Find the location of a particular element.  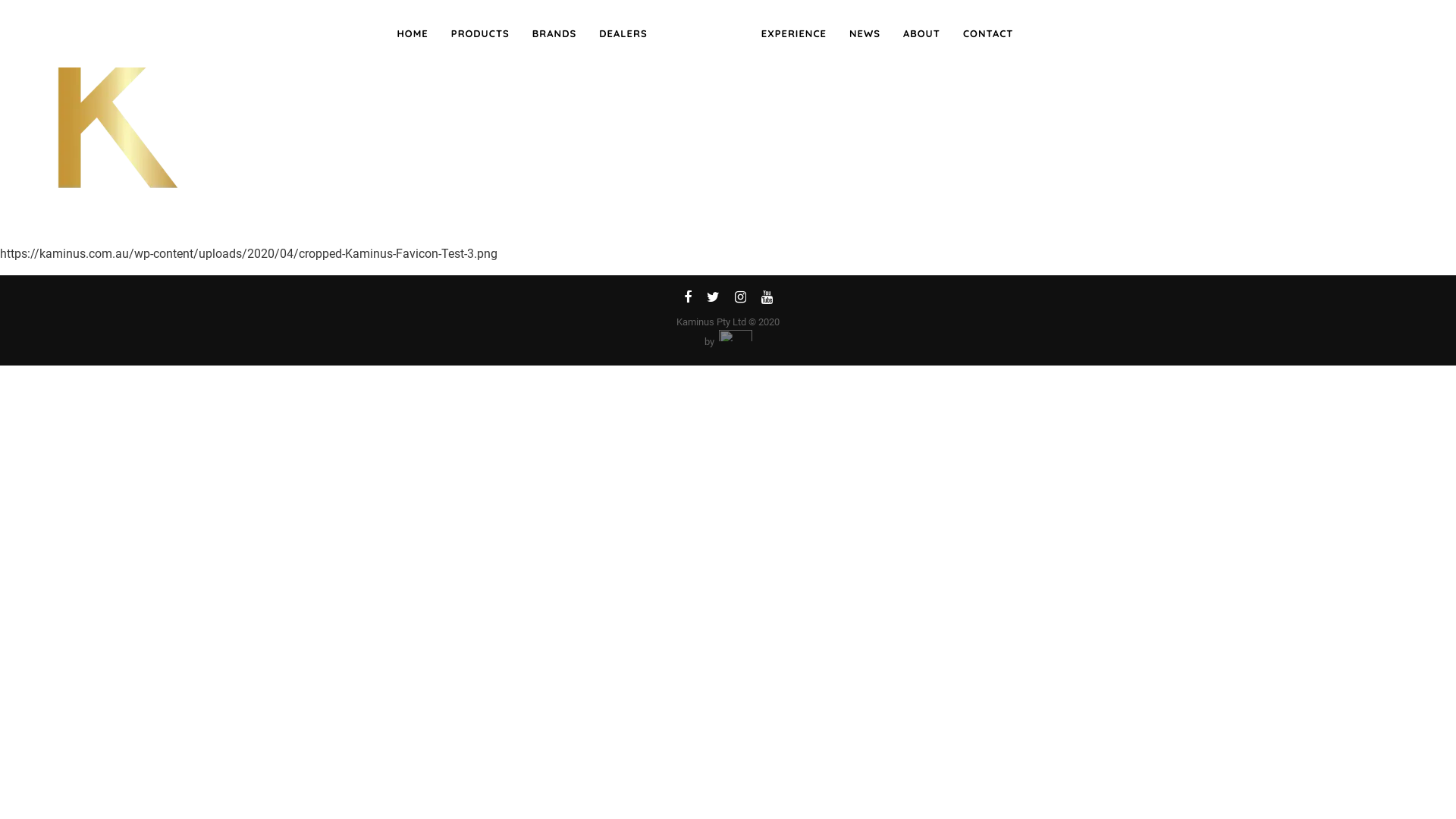

'CONTACT' is located at coordinates (988, 34).